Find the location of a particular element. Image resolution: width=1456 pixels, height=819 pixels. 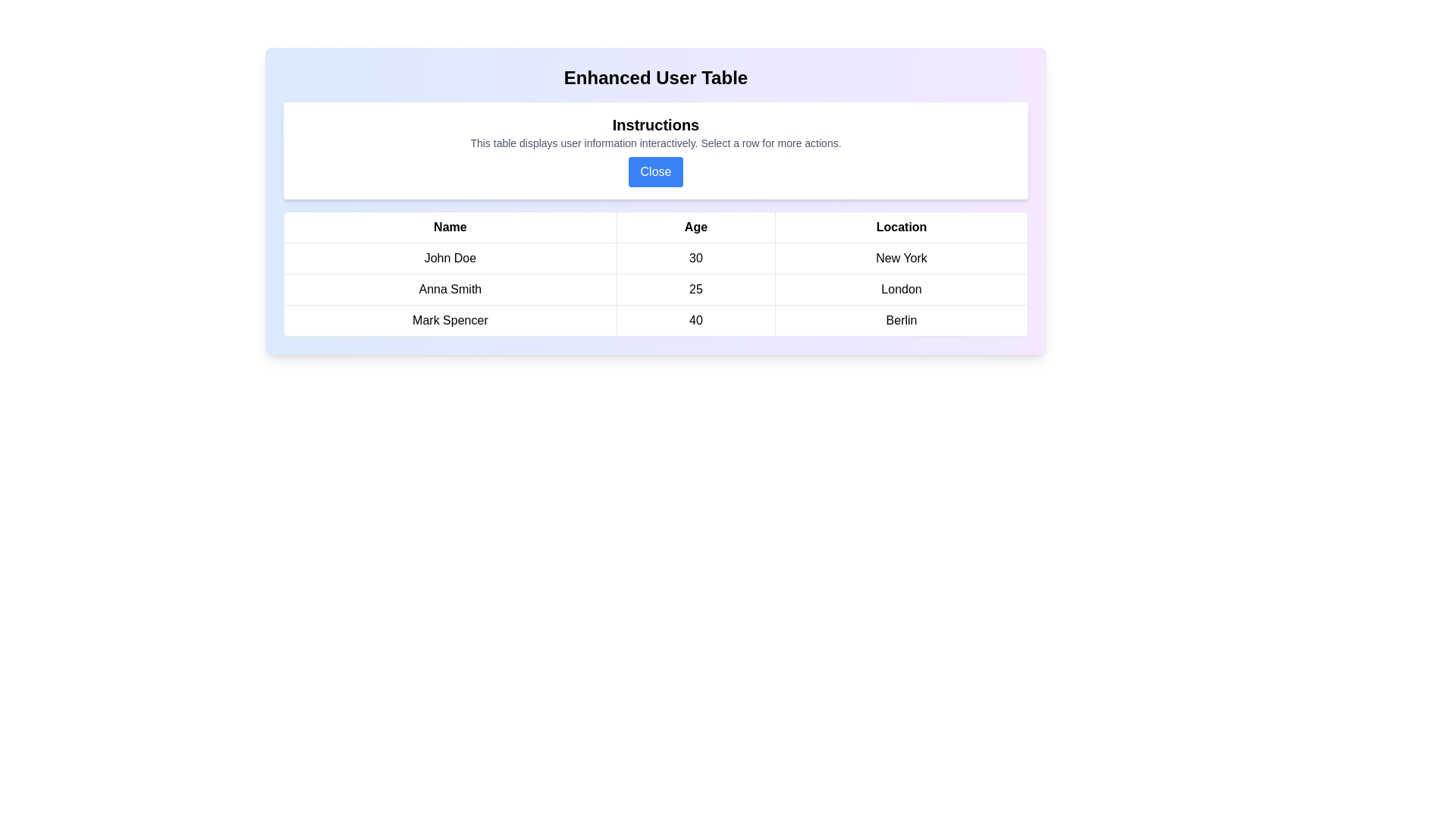

the numerical text '30' that is styled with padding and a border, located between 'John Doe' and 'New York' in the first row of the table is located at coordinates (695, 257).